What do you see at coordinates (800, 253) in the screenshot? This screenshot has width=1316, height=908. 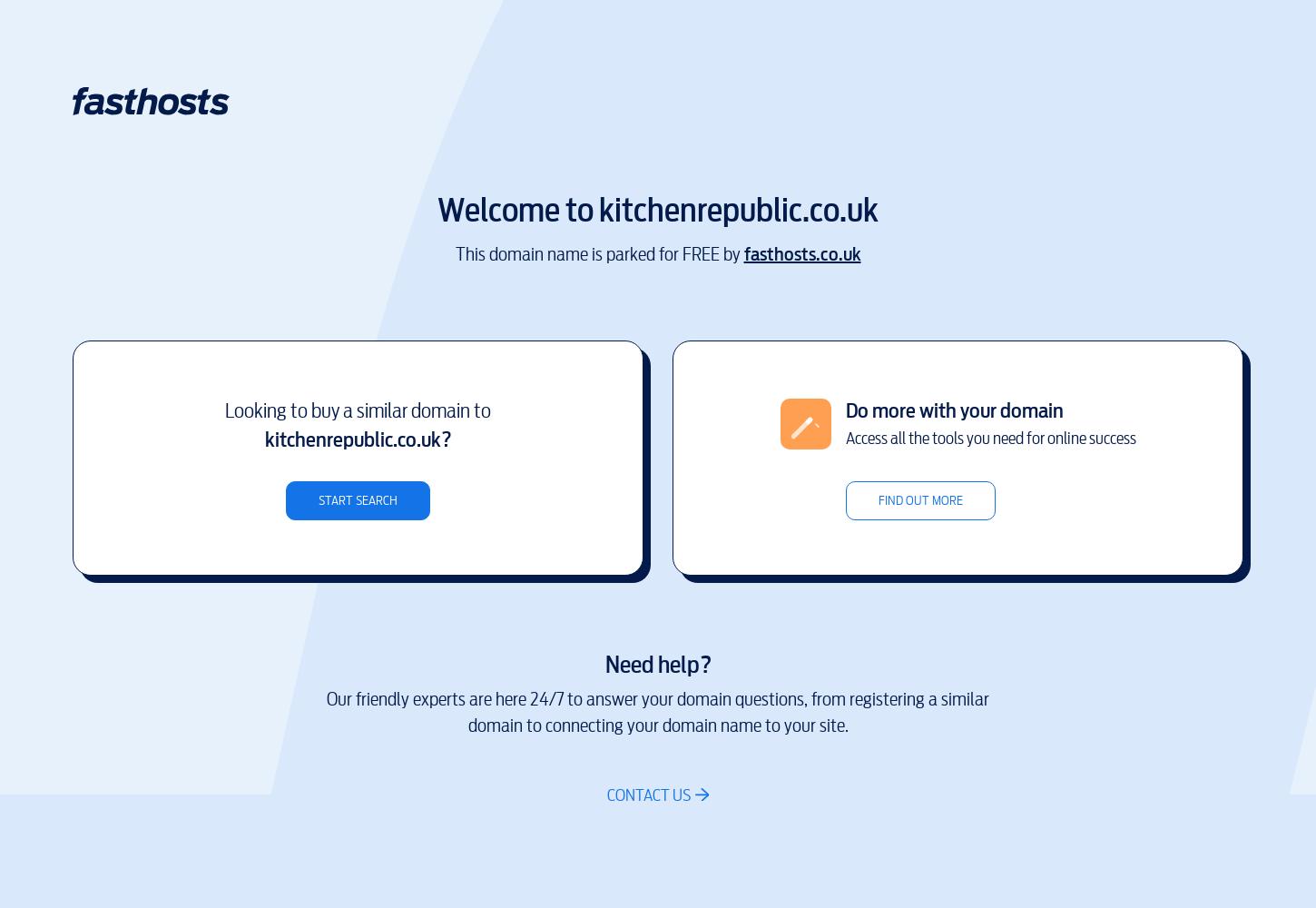 I see `'fasthosts.co.uk'` at bounding box center [800, 253].